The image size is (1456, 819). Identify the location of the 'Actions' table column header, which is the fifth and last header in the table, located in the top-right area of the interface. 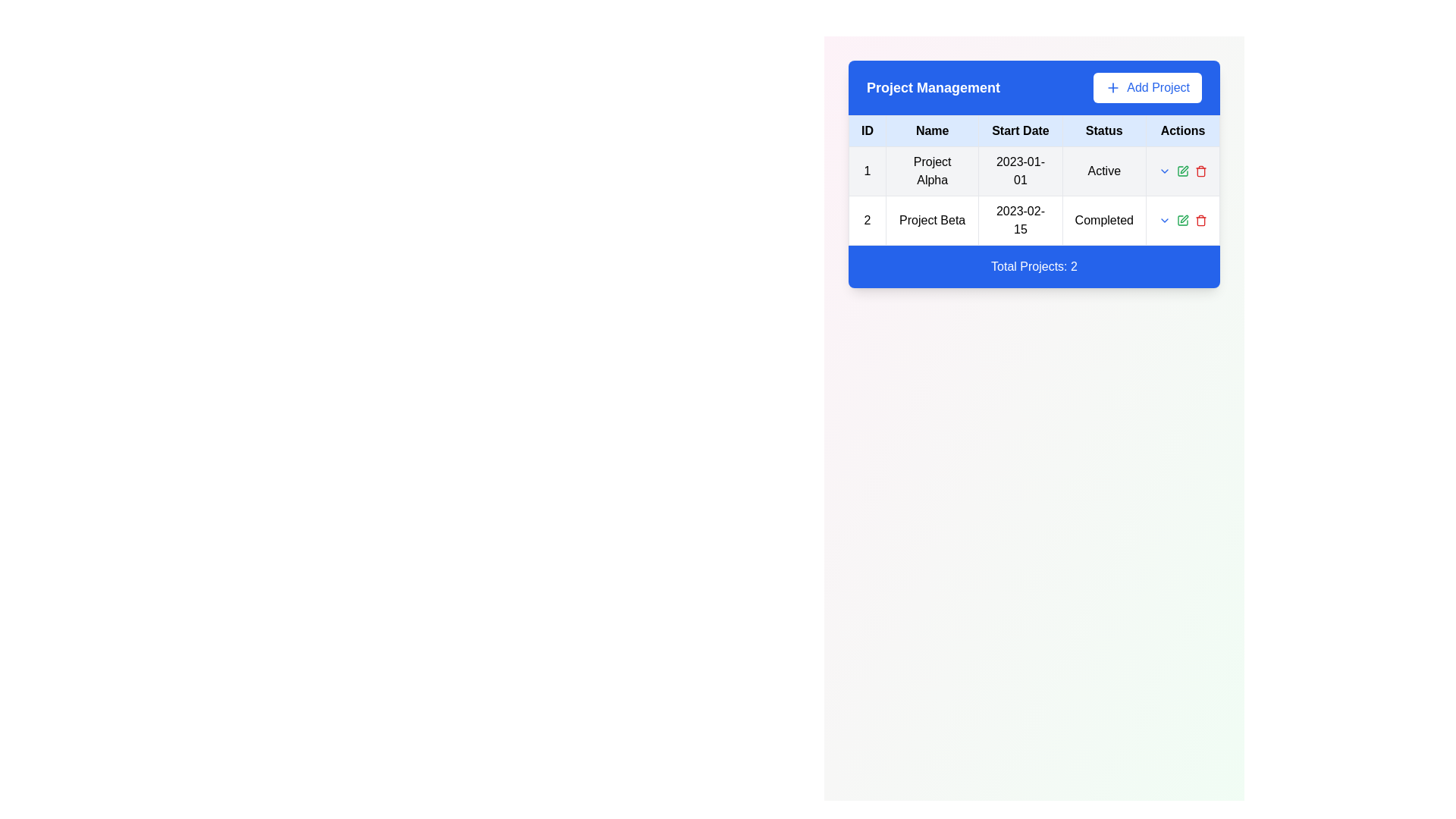
(1182, 130).